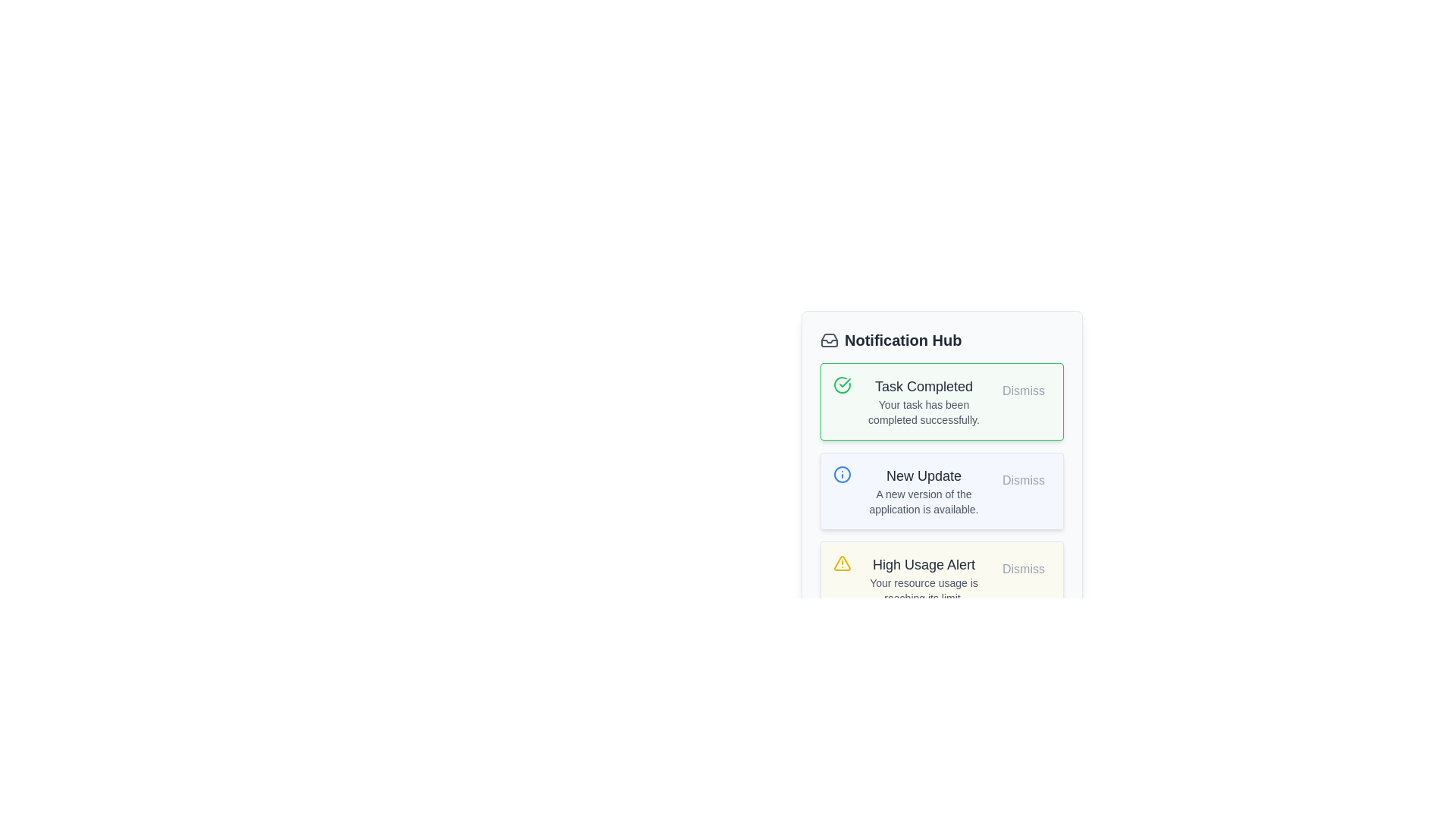 Image resolution: width=1456 pixels, height=819 pixels. What do you see at coordinates (841, 563) in the screenshot?
I see `the warning icon located at the top-left of the 'High Usage Alert' notification card to indicate its critical nature` at bounding box center [841, 563].